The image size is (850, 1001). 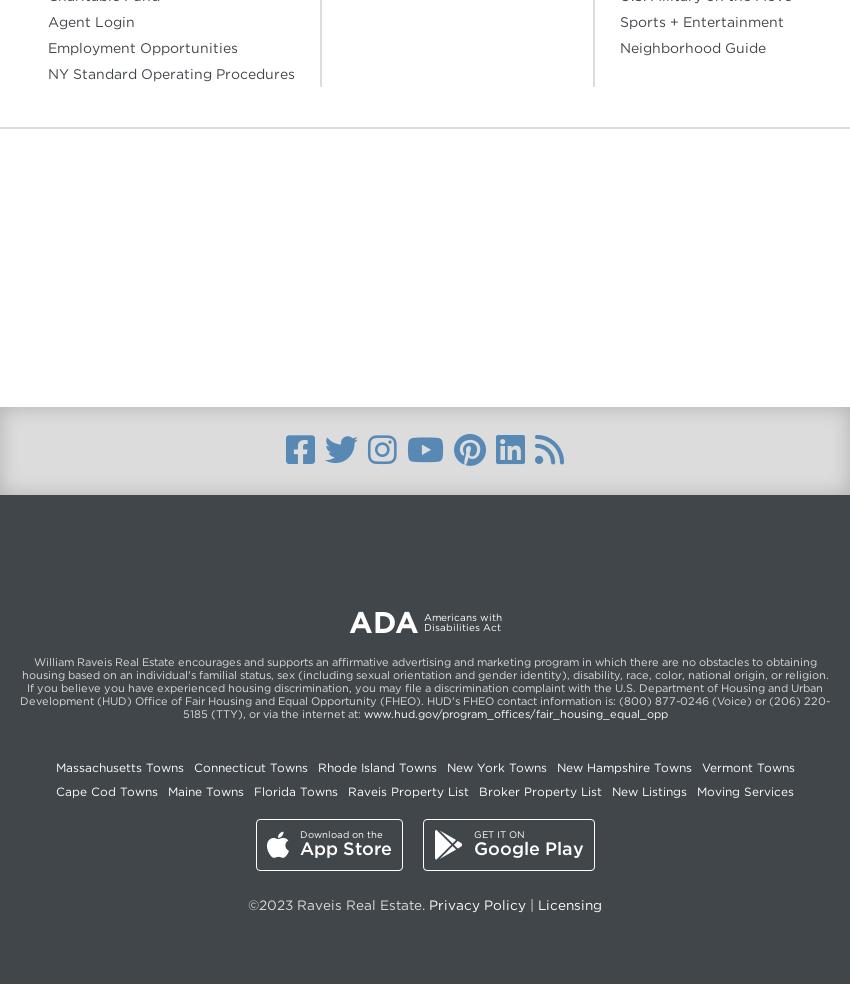 What do you see at coordinates (48, 48) in the screenshot?
I see `'Employment Opportunities'` at bounding box center [48, 48].